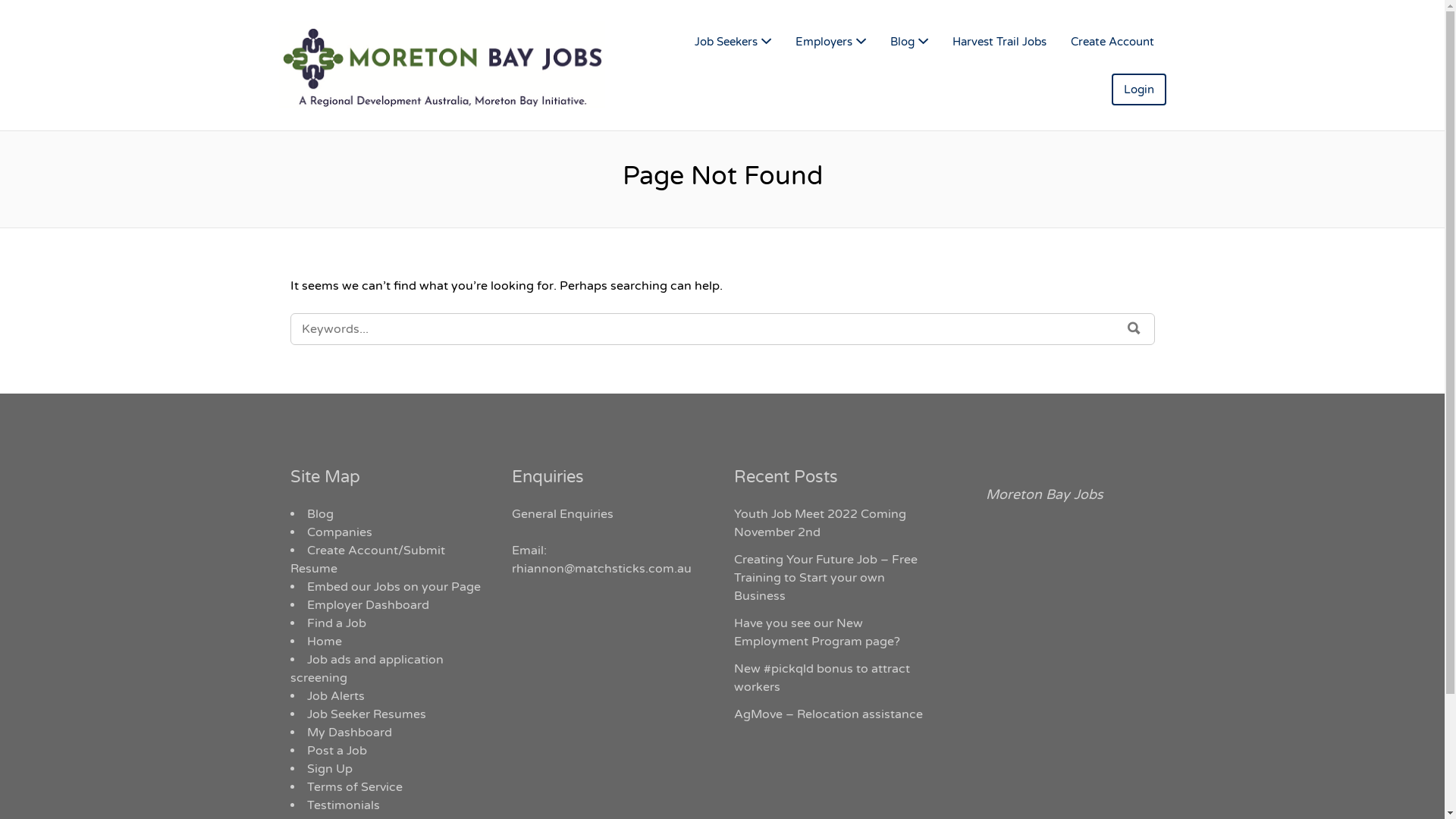 Image resolution: width=1456 pixels, height=819 pixels. I want to click on 'My Dashboard', so click(348, 731).